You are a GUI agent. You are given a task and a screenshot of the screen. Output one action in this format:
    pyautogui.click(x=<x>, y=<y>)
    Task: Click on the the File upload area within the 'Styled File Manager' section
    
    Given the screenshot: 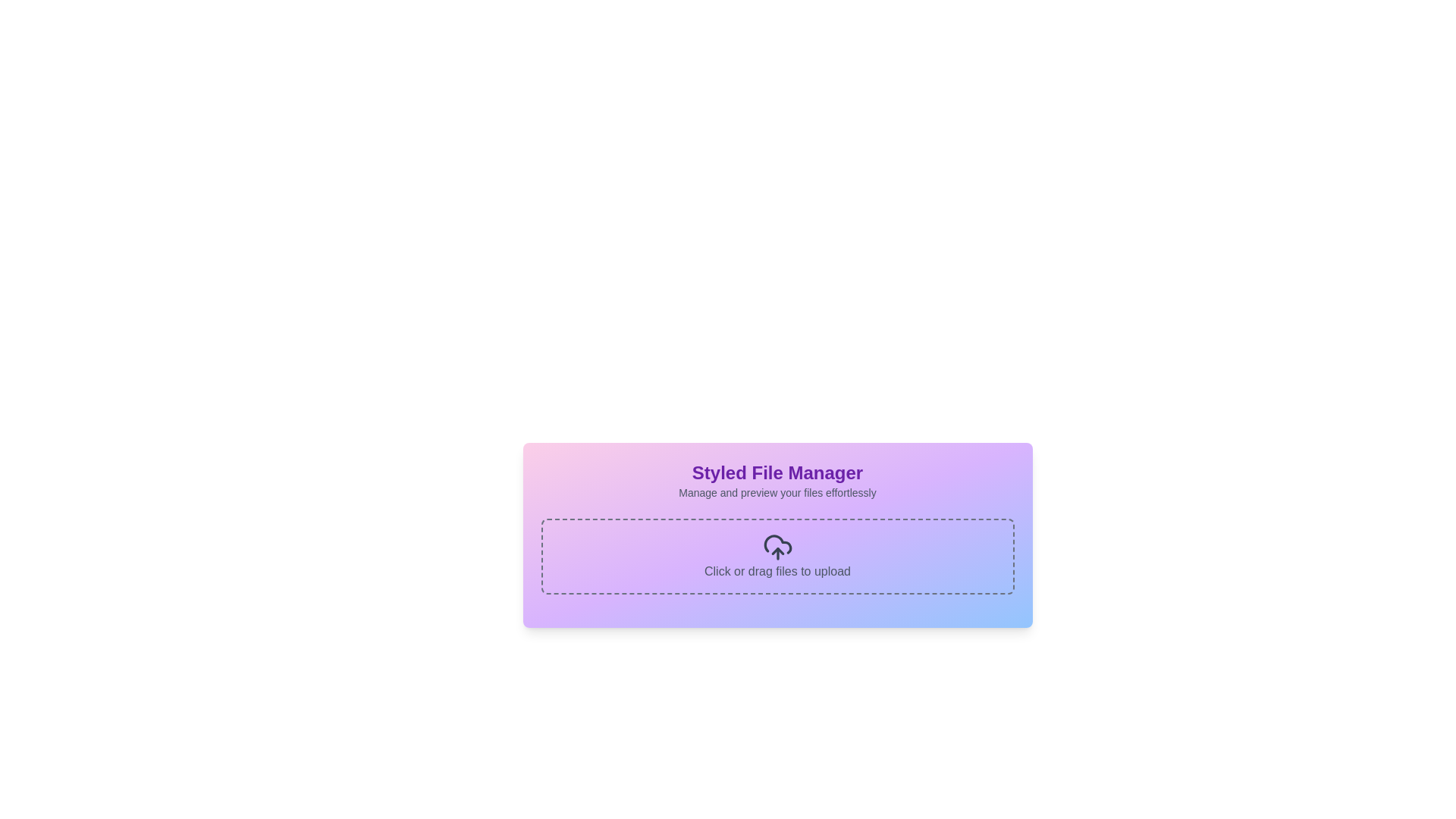 What is the action you would take?
    pyautogui.click(x=777, y=556)
    